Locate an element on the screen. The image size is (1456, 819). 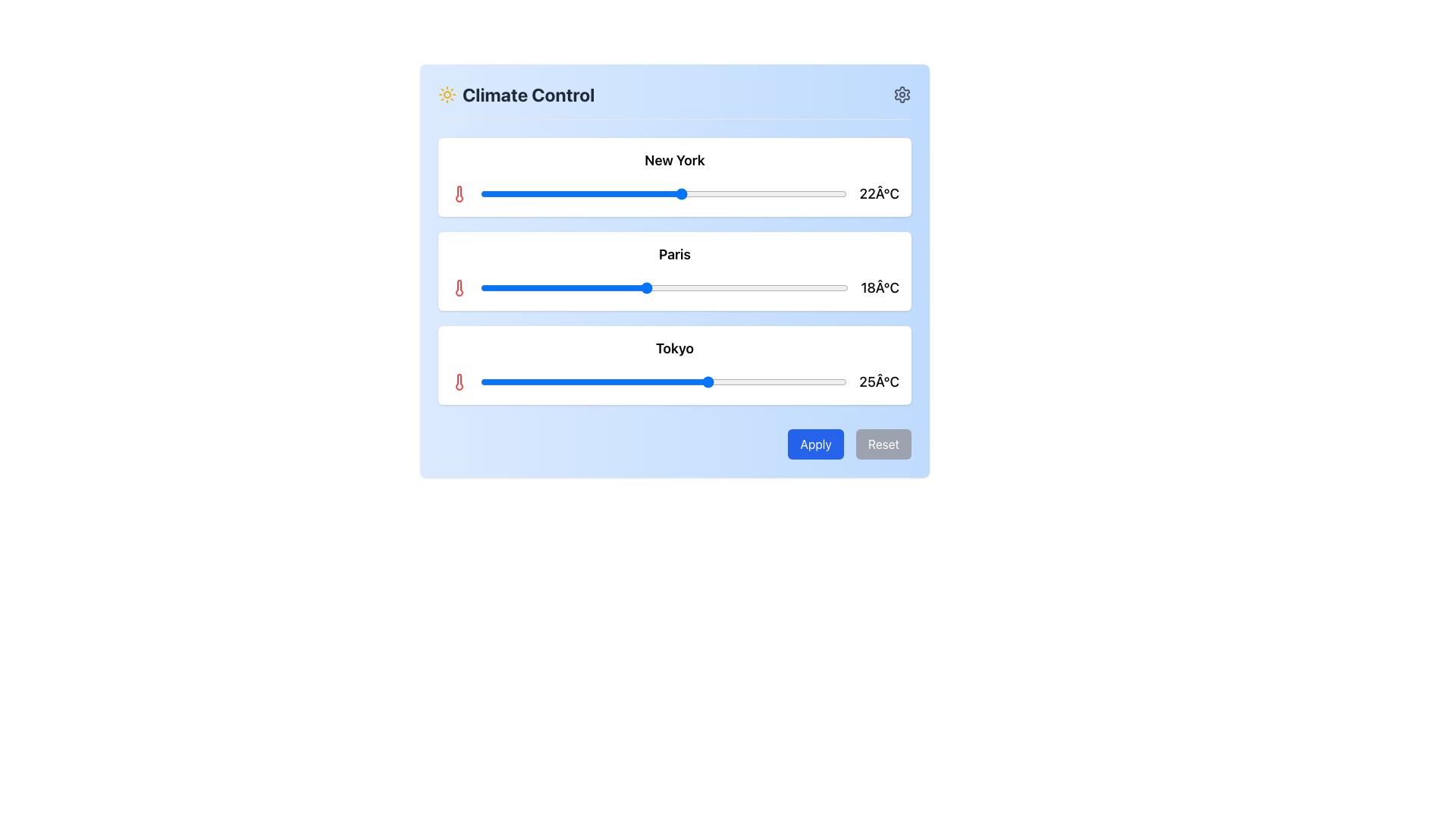
the Paris temperature slider is located at coordinates (811, 288).